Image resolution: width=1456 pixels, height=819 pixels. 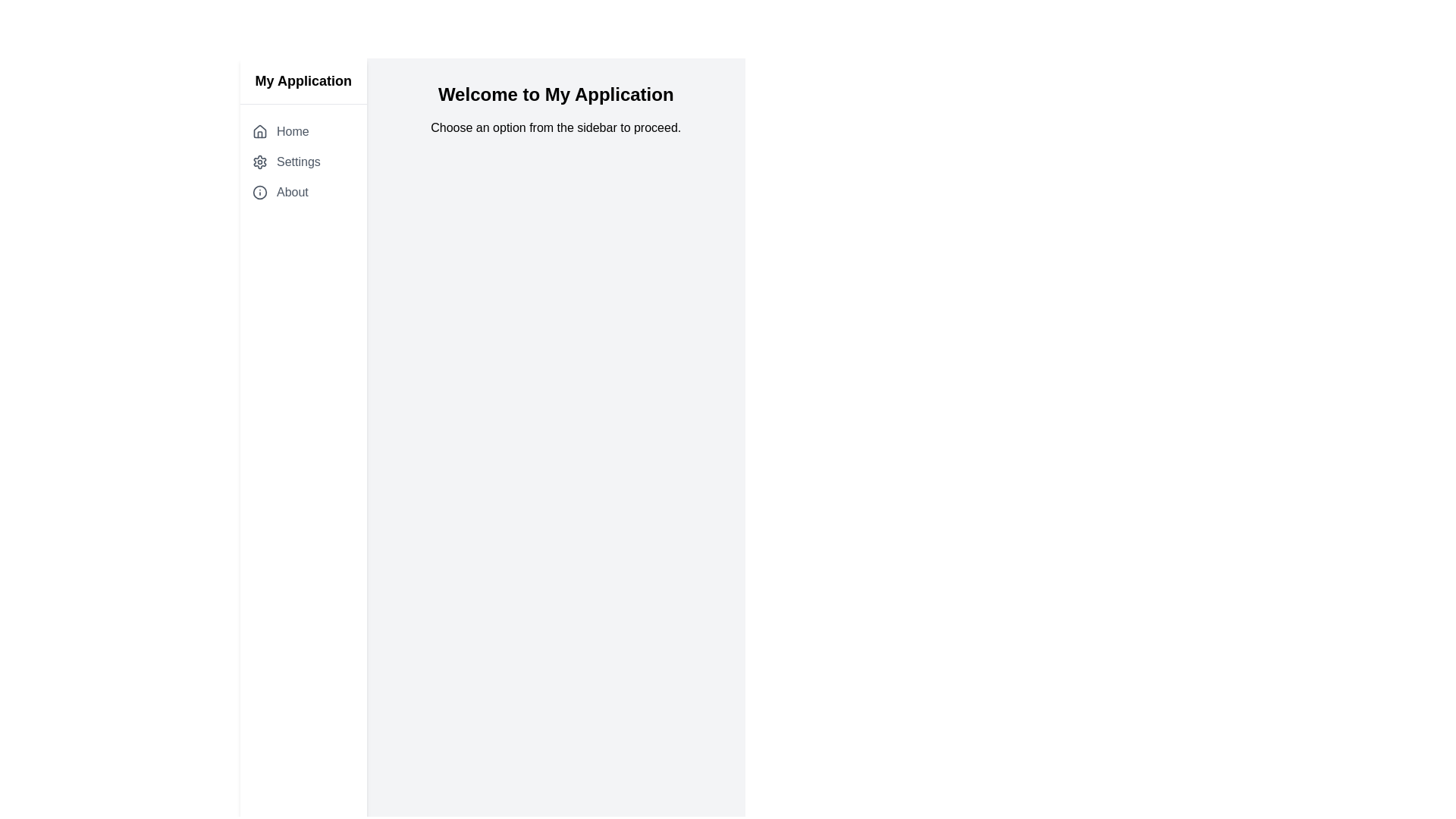 I want to click on the text label displaying 'My Application' located at the top of the left pane for potential interactions, so click(x=303, y=81).